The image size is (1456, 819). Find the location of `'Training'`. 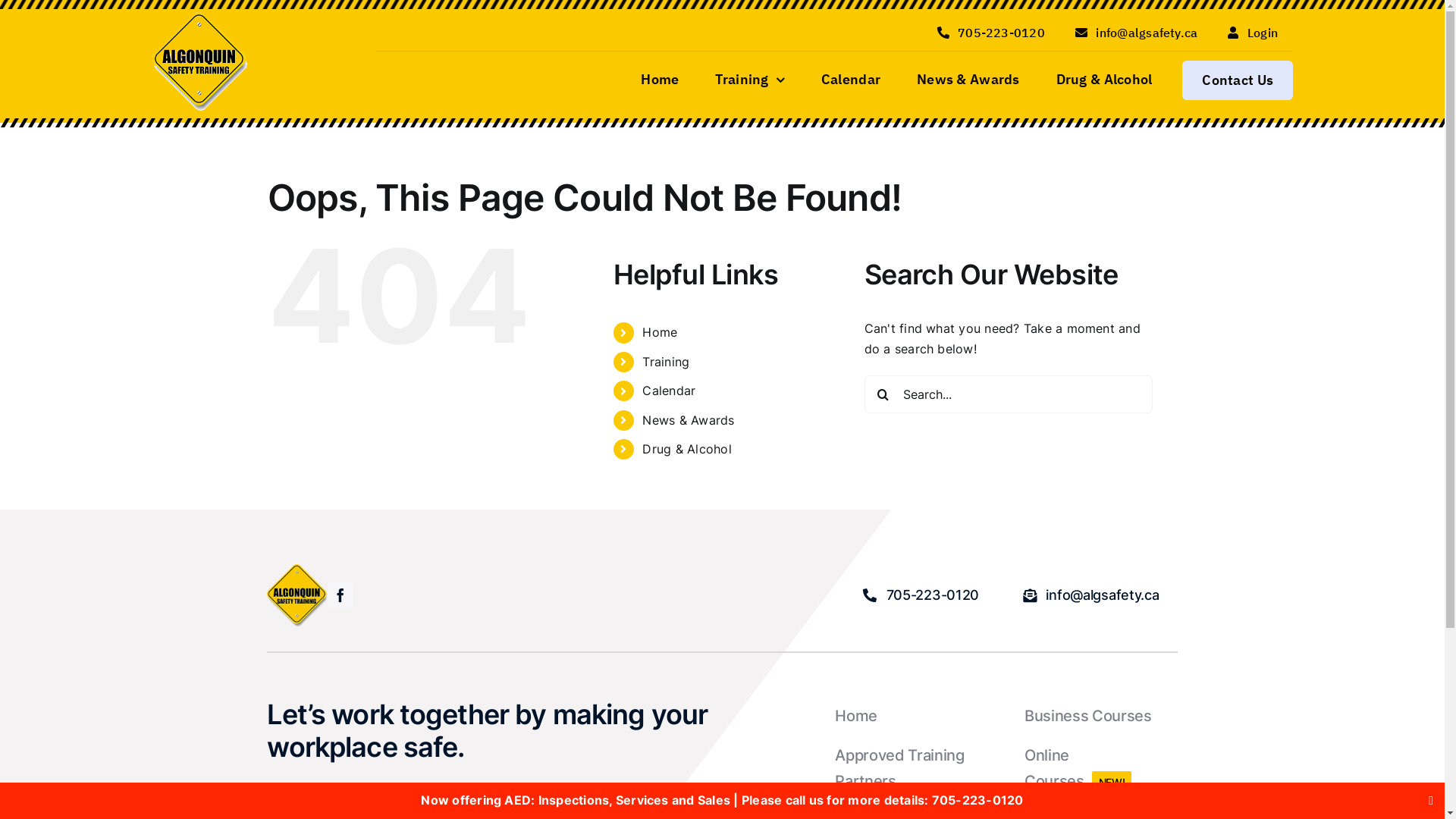

'Training' is located at coordinates (642, 362).